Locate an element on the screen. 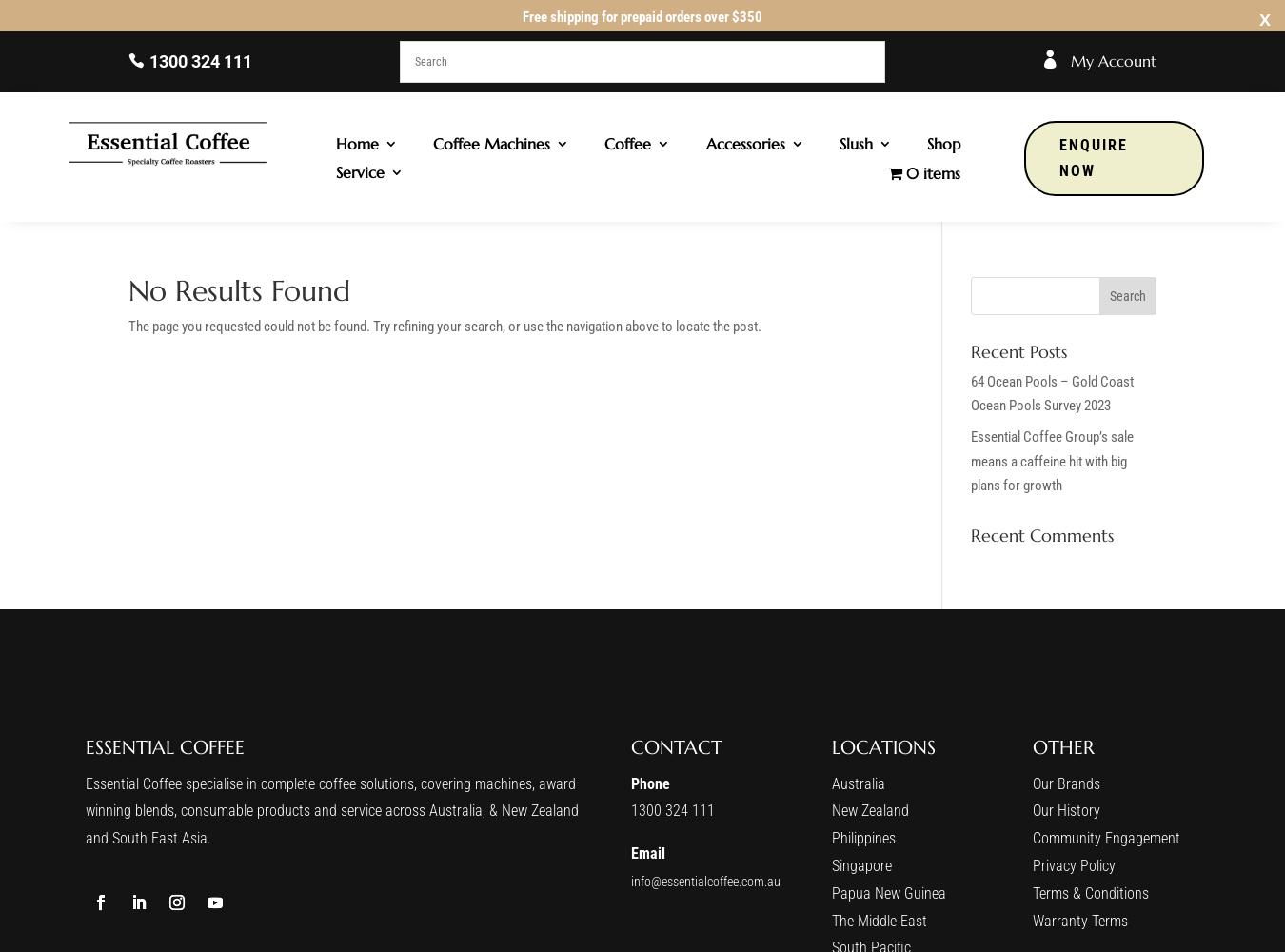  'Coffee Packaging' is located at coordinates (632, 234).